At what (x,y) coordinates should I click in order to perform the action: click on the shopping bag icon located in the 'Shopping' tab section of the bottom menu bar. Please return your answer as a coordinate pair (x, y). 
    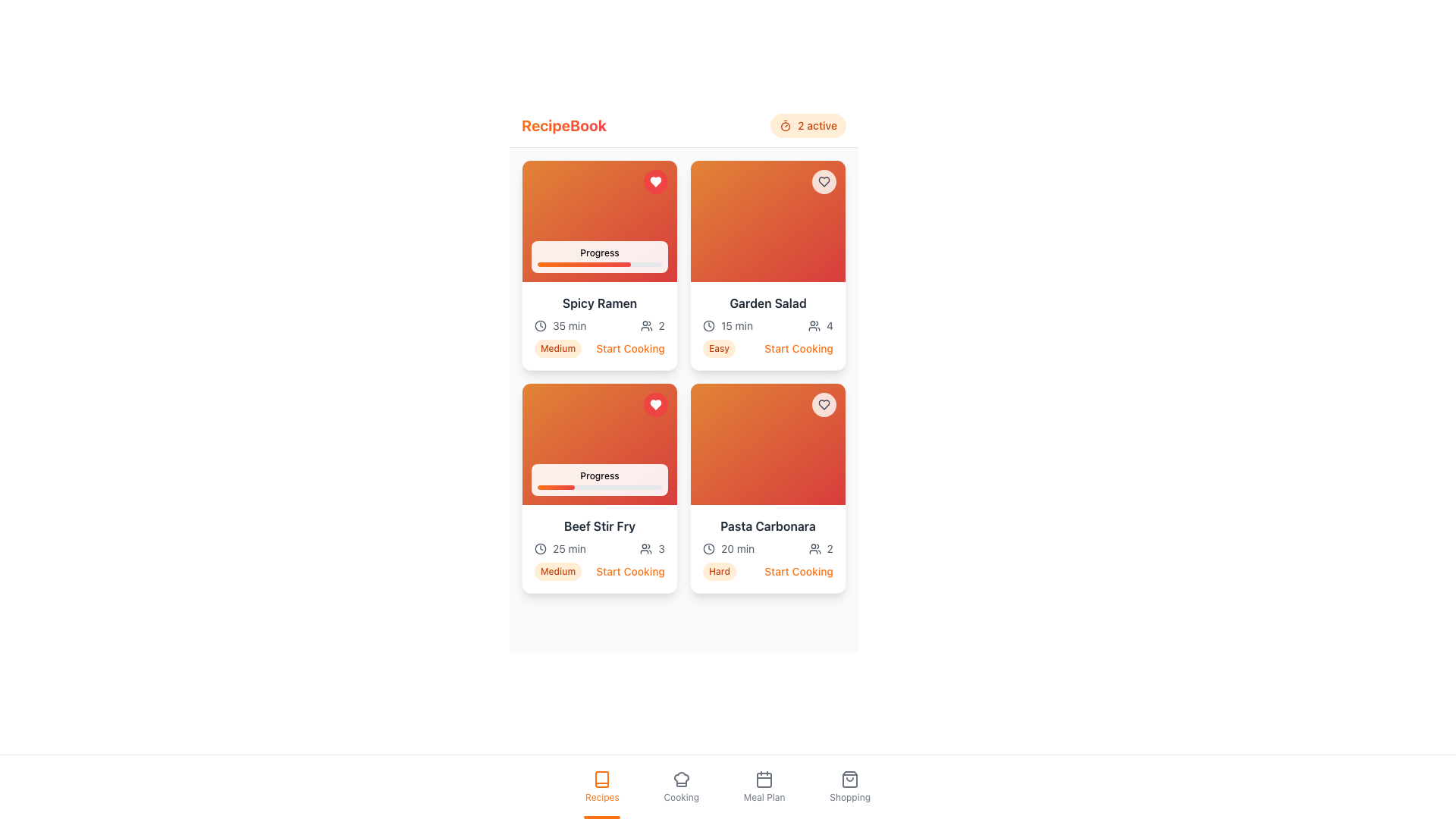
    Looking at the image, I should click on (850, 780).